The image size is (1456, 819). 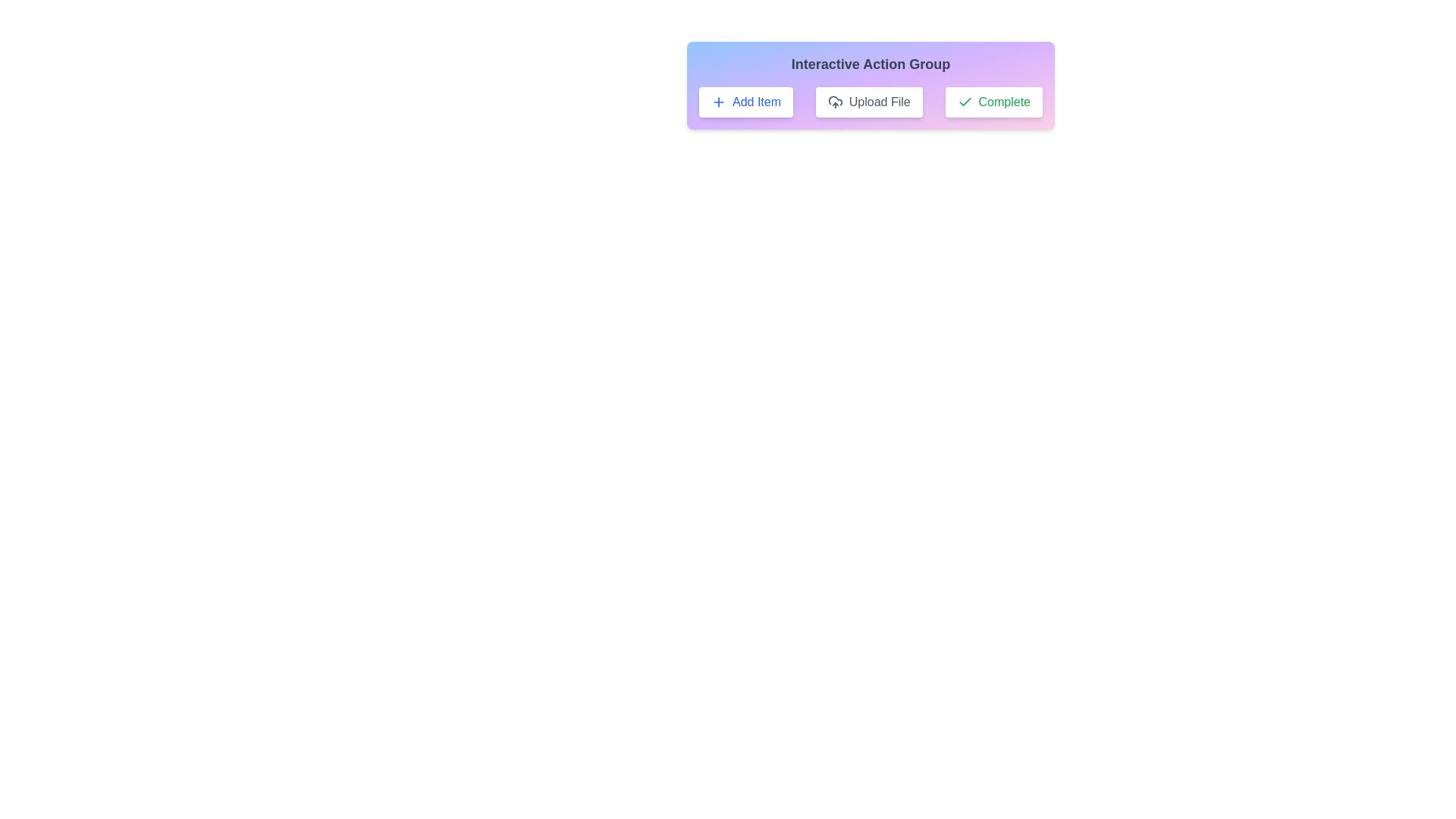 I want to click on the 'Add Item' button located as the leftmost button in a horizontal layout of three action buttons, so click(x=745, y=102).